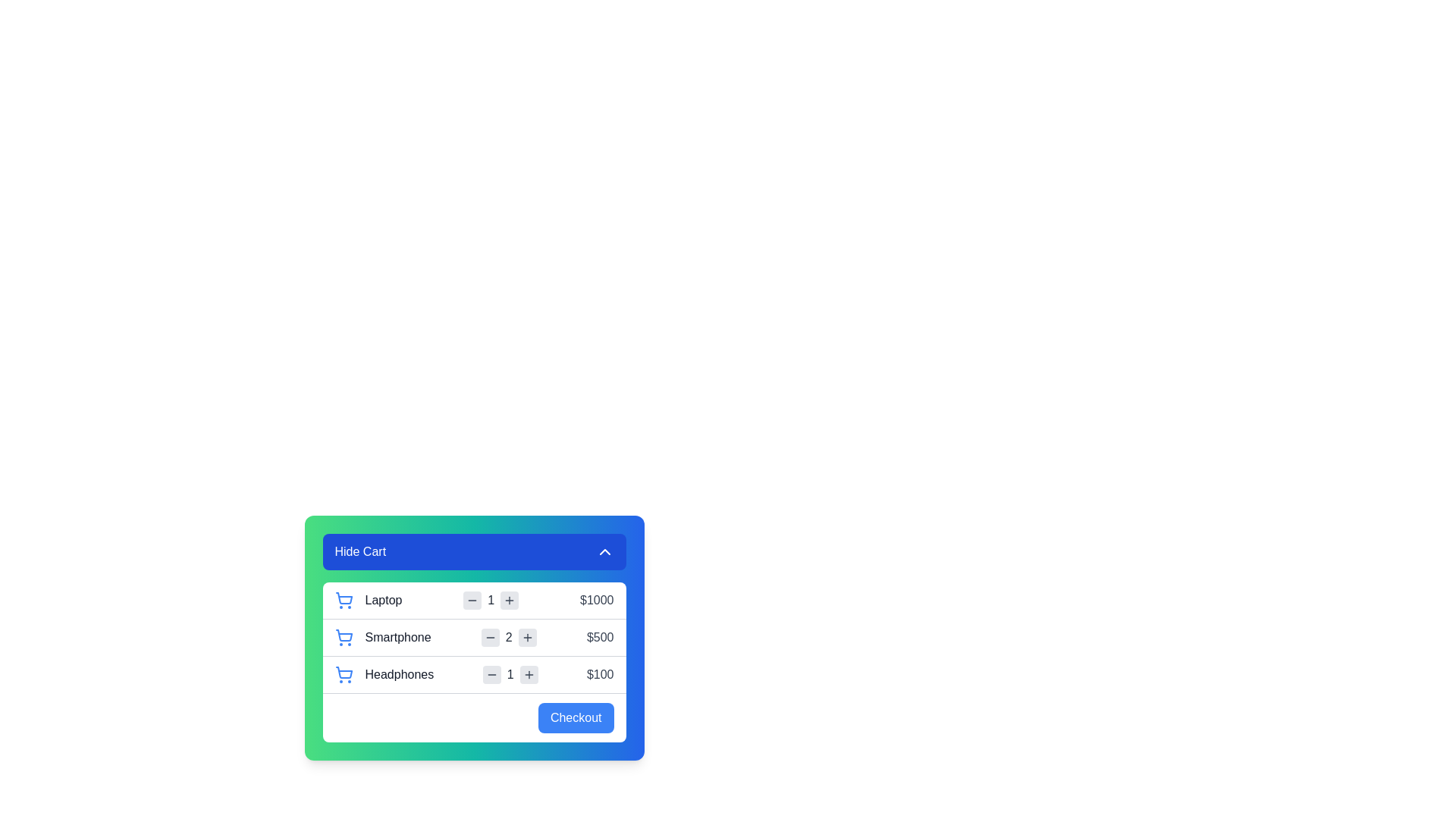 The image size is (1456, 819). Describe the element at coordinates (510, 674) in the screenshot. I see `the quantity text element in the cart that indicates the number of items, located between the decrement and increment buttons in the 'Headphones' row` at that location.